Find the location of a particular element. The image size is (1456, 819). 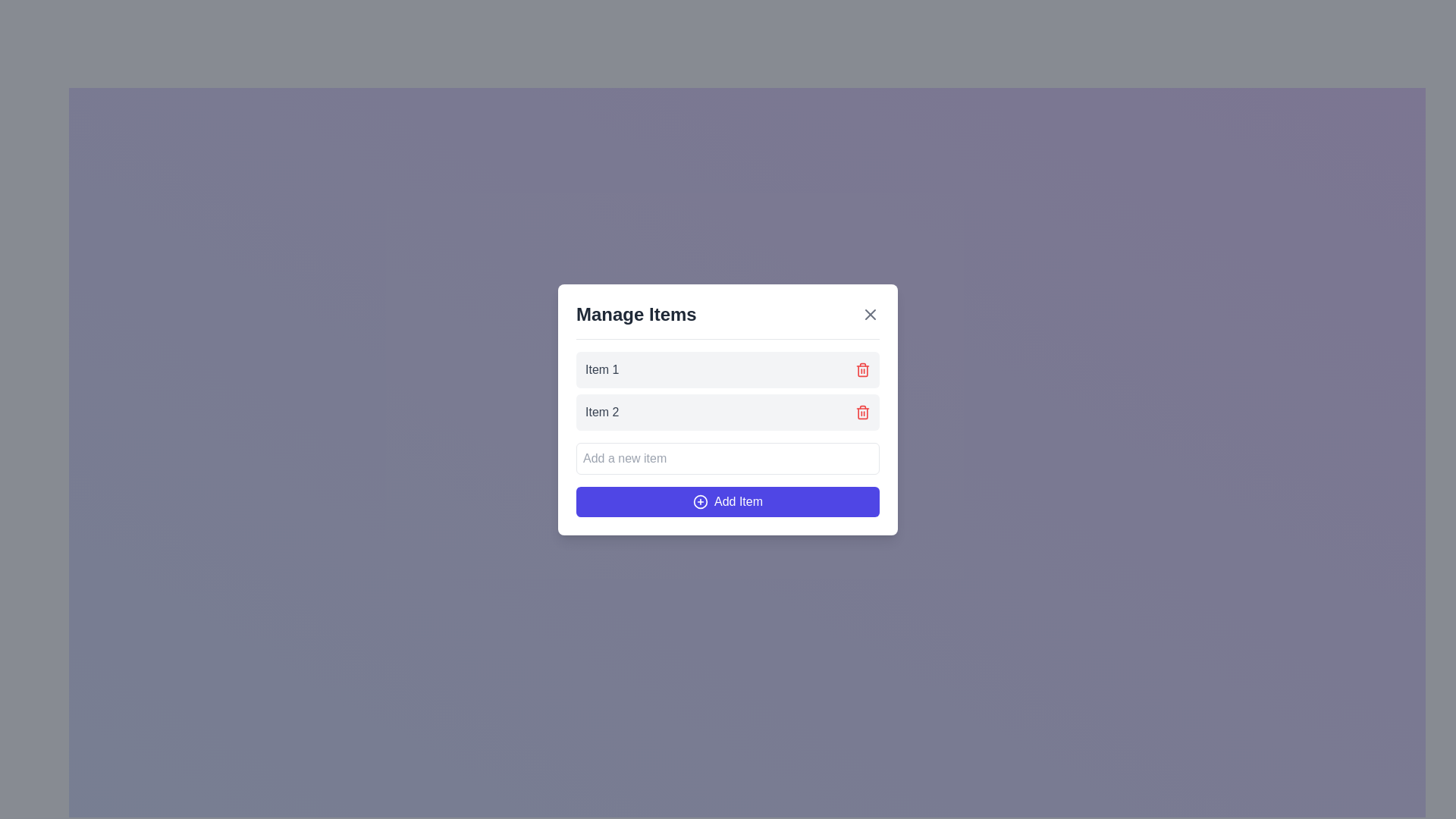

the 'Add Item' button at the bottom of the 'Manage Items' panel, which has a purple background and white text with a plus icon is located at coordinates (728, 501).